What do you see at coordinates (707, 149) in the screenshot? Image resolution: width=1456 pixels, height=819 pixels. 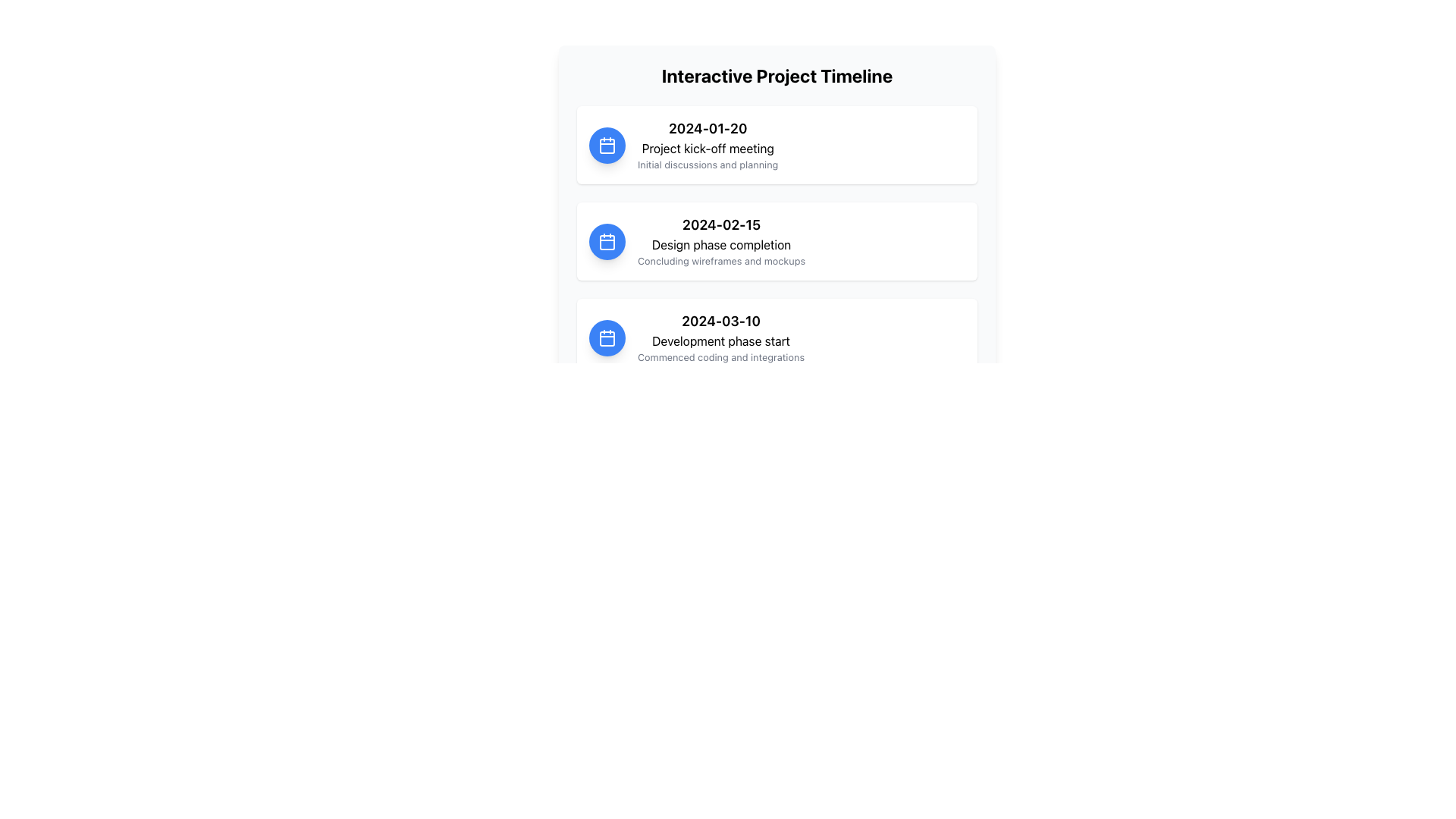 I see `the text label that signifies the title of the timeline event` at bounding box center [707, 149].